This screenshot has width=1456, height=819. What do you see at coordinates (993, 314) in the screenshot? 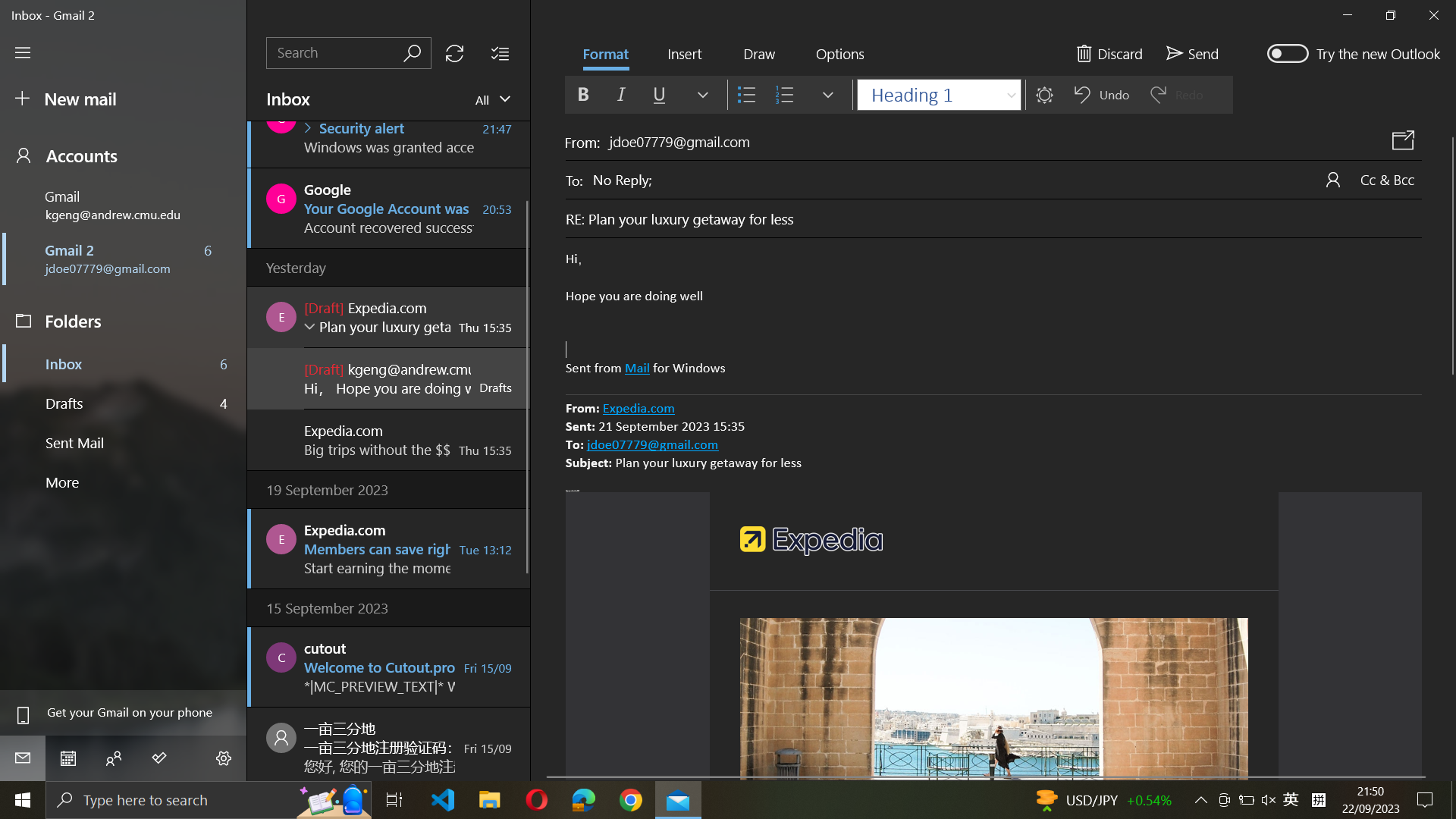
I see `Underline the contents in mail body` at bounding box center [993, 314].